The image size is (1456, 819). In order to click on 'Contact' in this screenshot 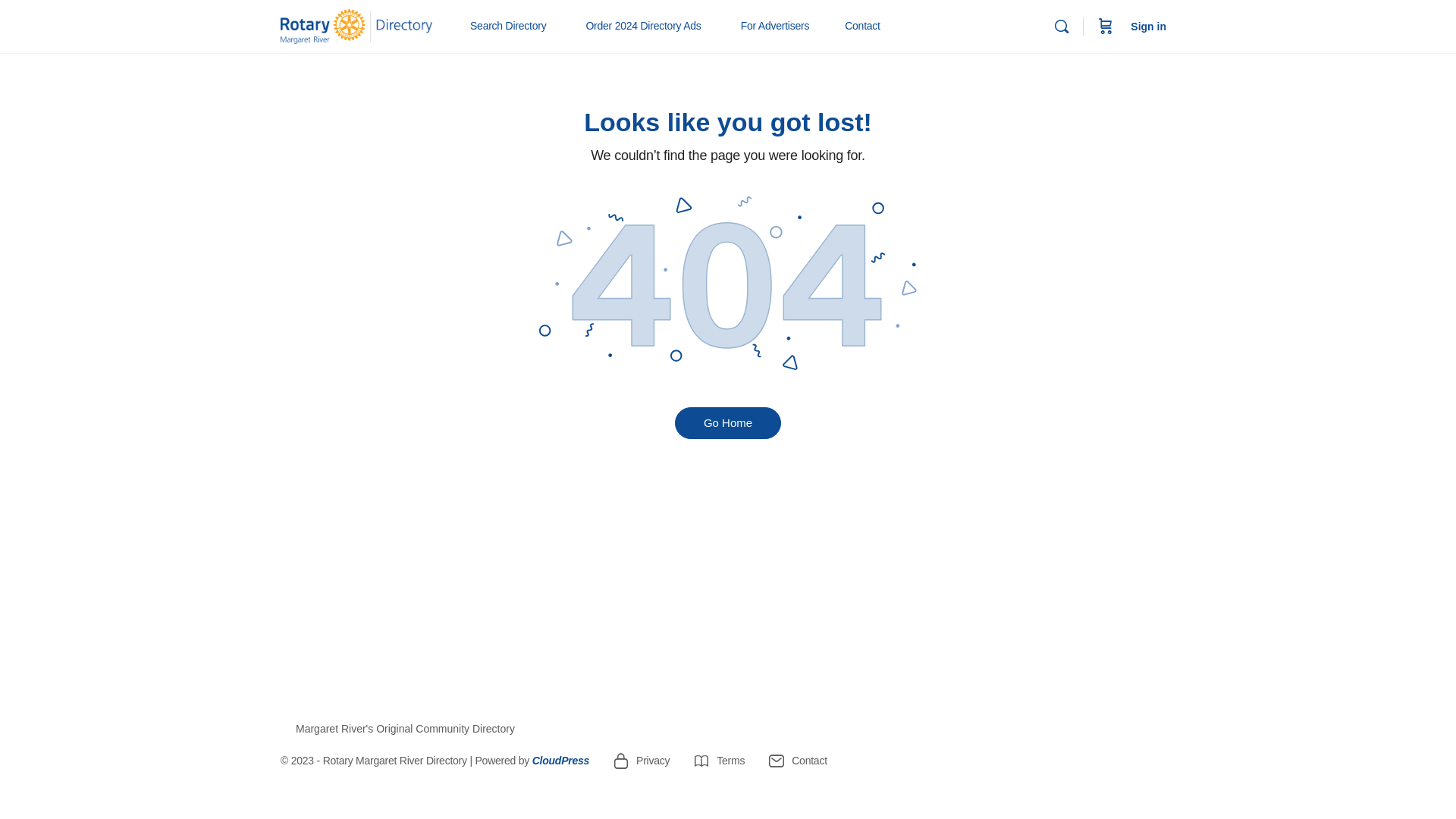, I will do `click(862, 26)`.